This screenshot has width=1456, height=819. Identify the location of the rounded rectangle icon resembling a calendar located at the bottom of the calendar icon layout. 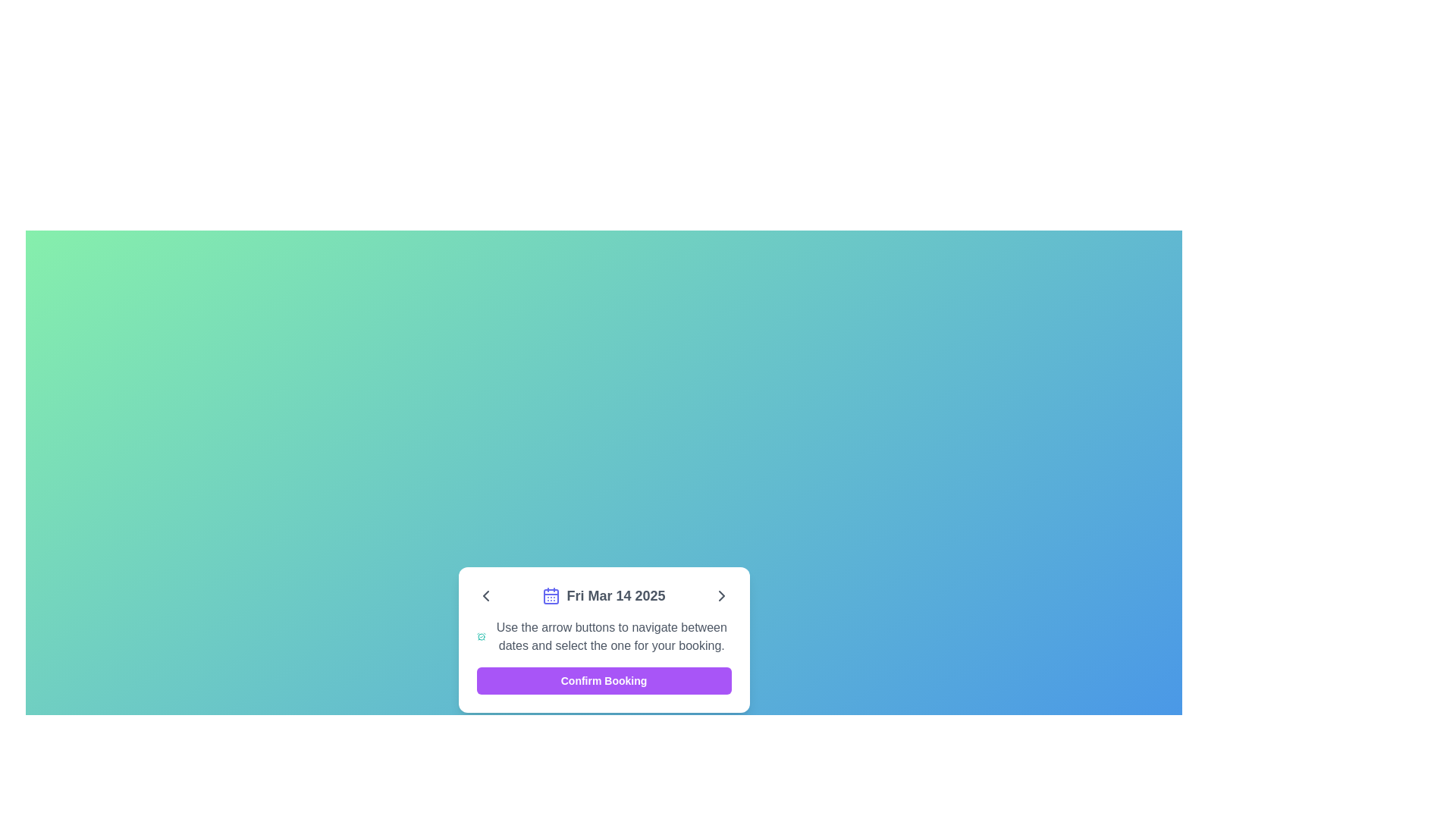
(551, 595).